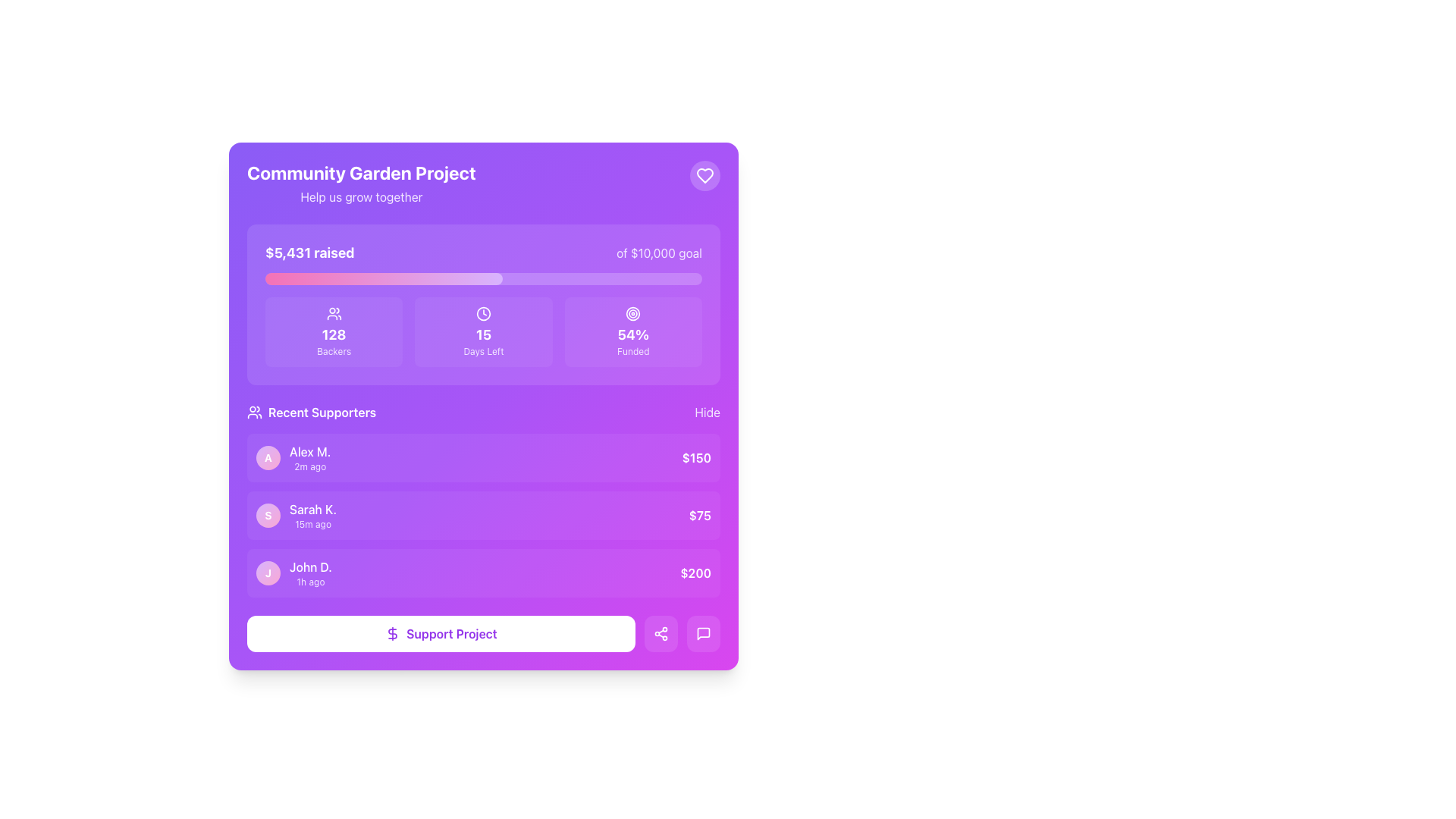 The image size is (1456, 819). What do you see at coordinates (702, 634) in the screenshot?
I see `the chat bubble icon located at the bottom-right corner of the purple project card` at bounding box center [702, 634].